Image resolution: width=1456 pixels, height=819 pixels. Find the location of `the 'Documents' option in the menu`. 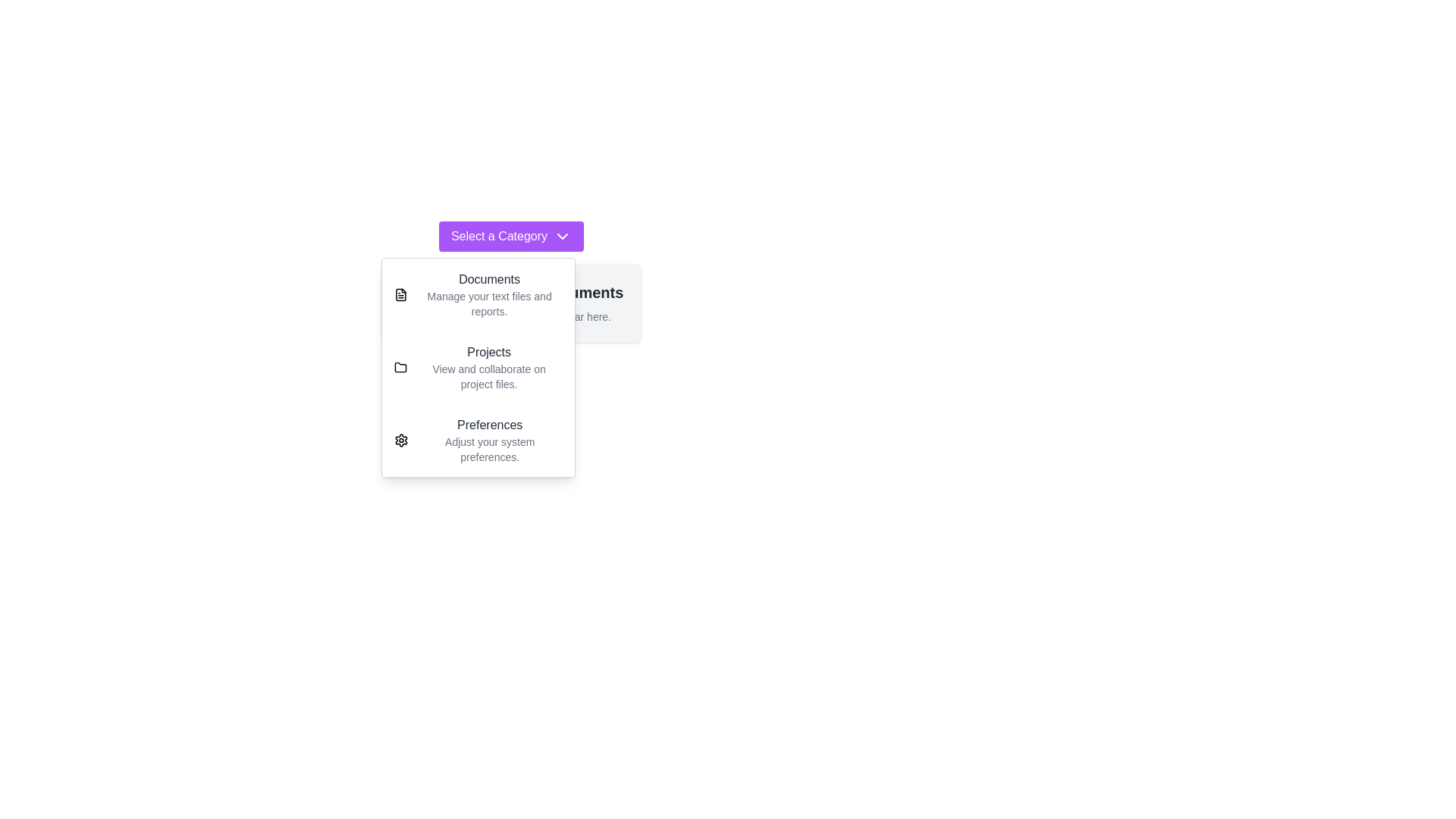

the 'Documents' option in the menu is located at coordinates (477, 295).